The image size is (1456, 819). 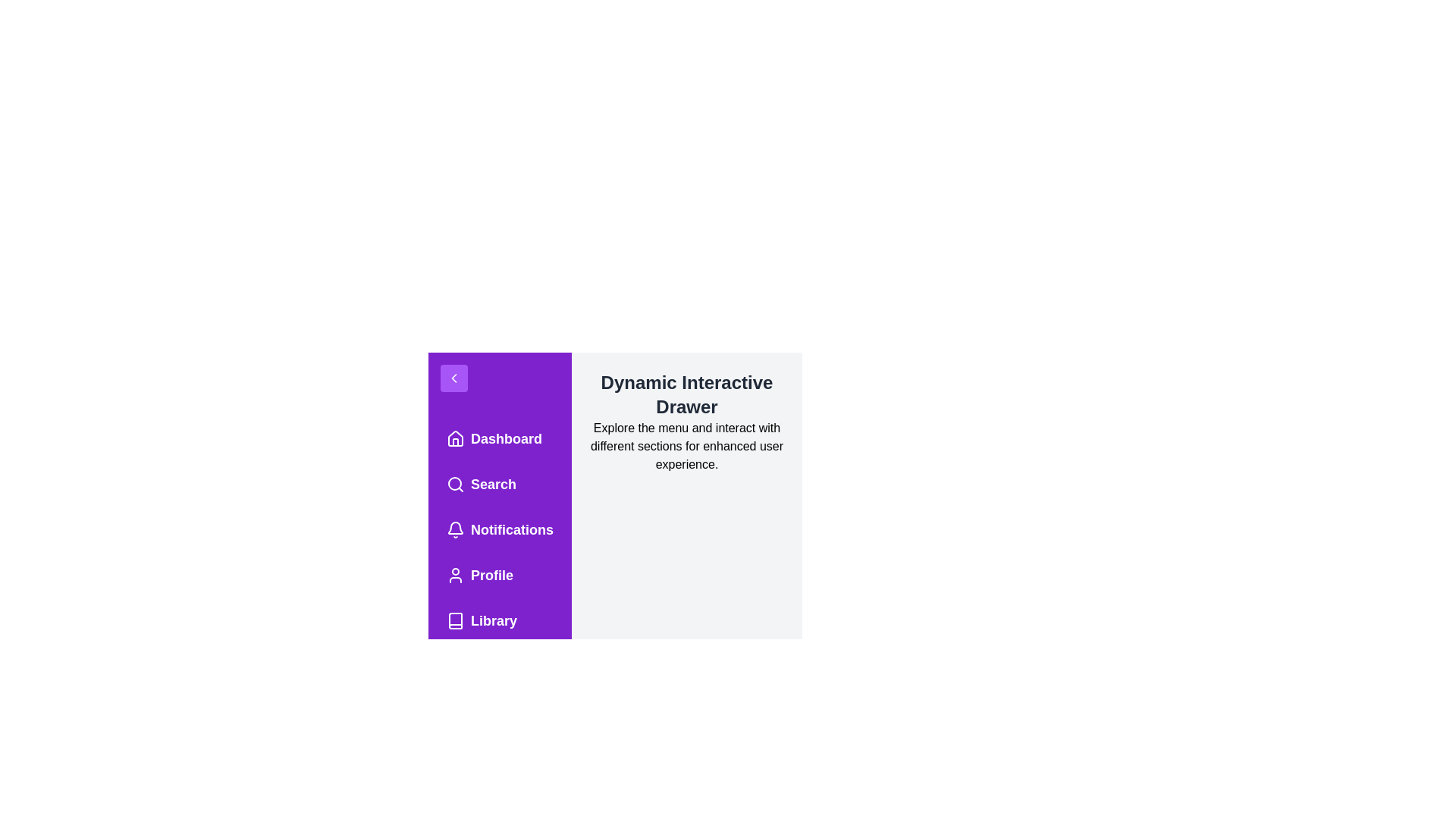 I want to click on the menu item Dashboard to highlight it, so click(x=499, y=438).